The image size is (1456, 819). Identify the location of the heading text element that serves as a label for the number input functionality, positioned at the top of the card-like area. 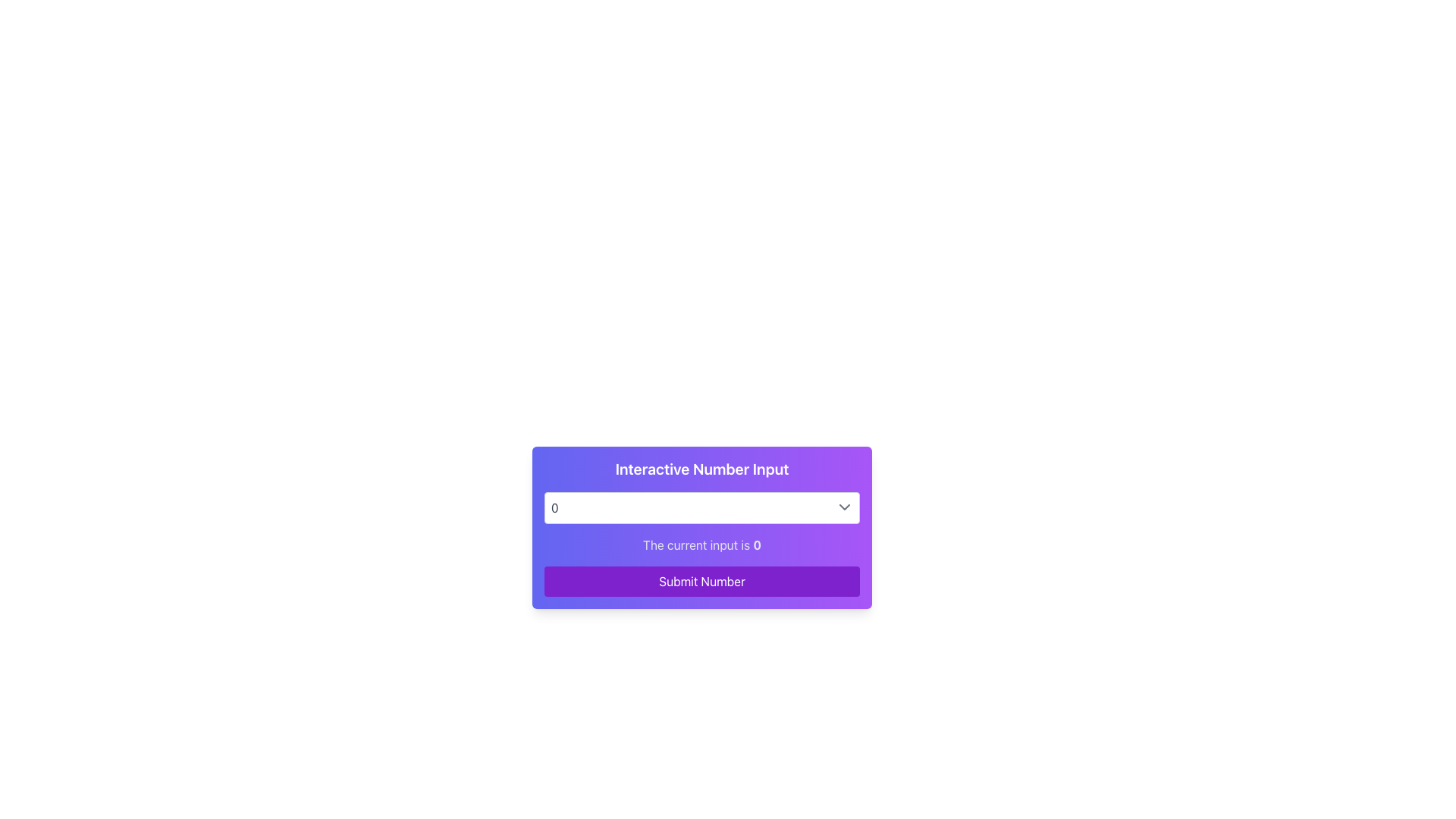
(701, 468).